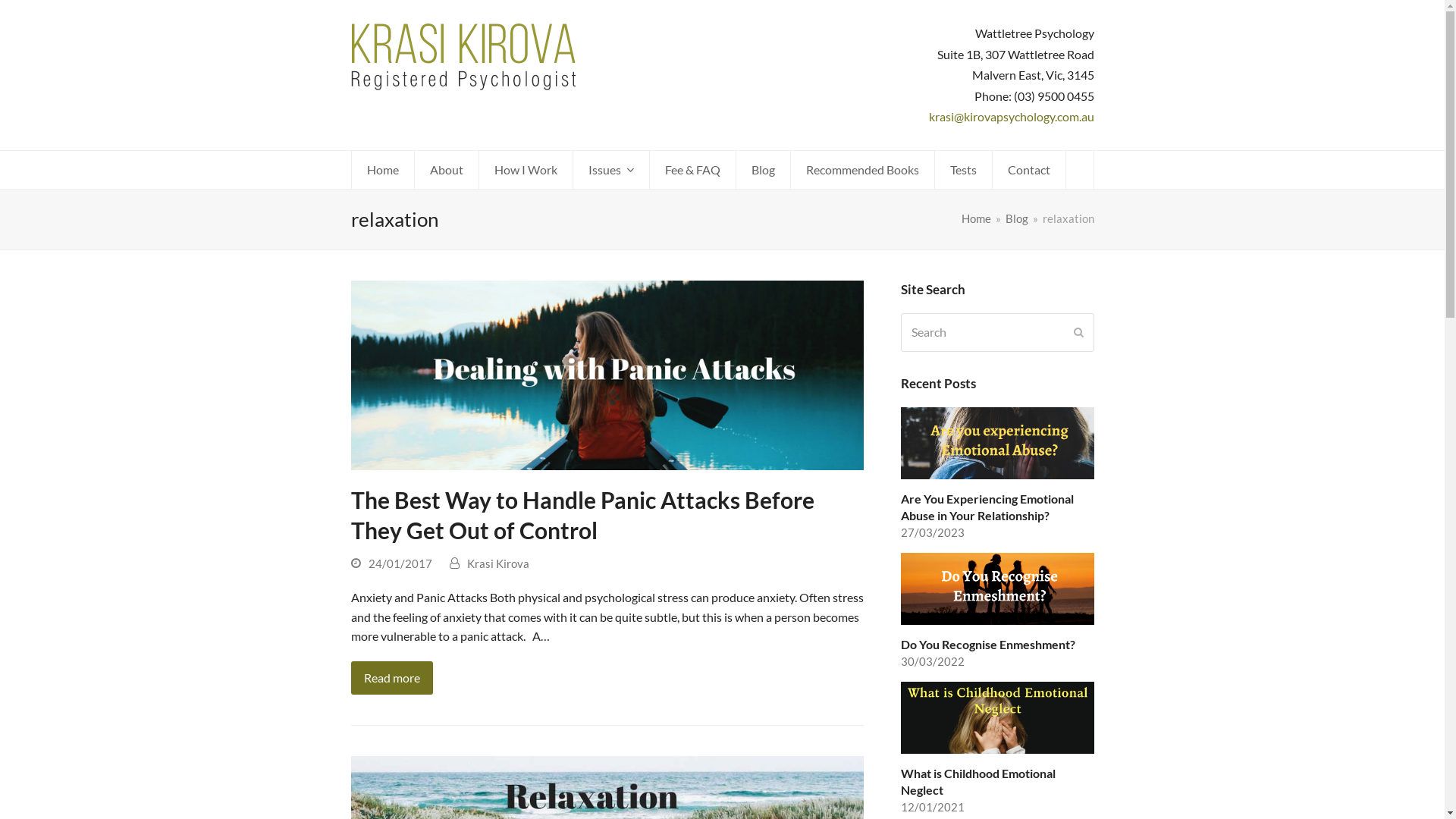 This screenshot has height=819, width=1456. I want to click on 'Issues', so click(611, 169).